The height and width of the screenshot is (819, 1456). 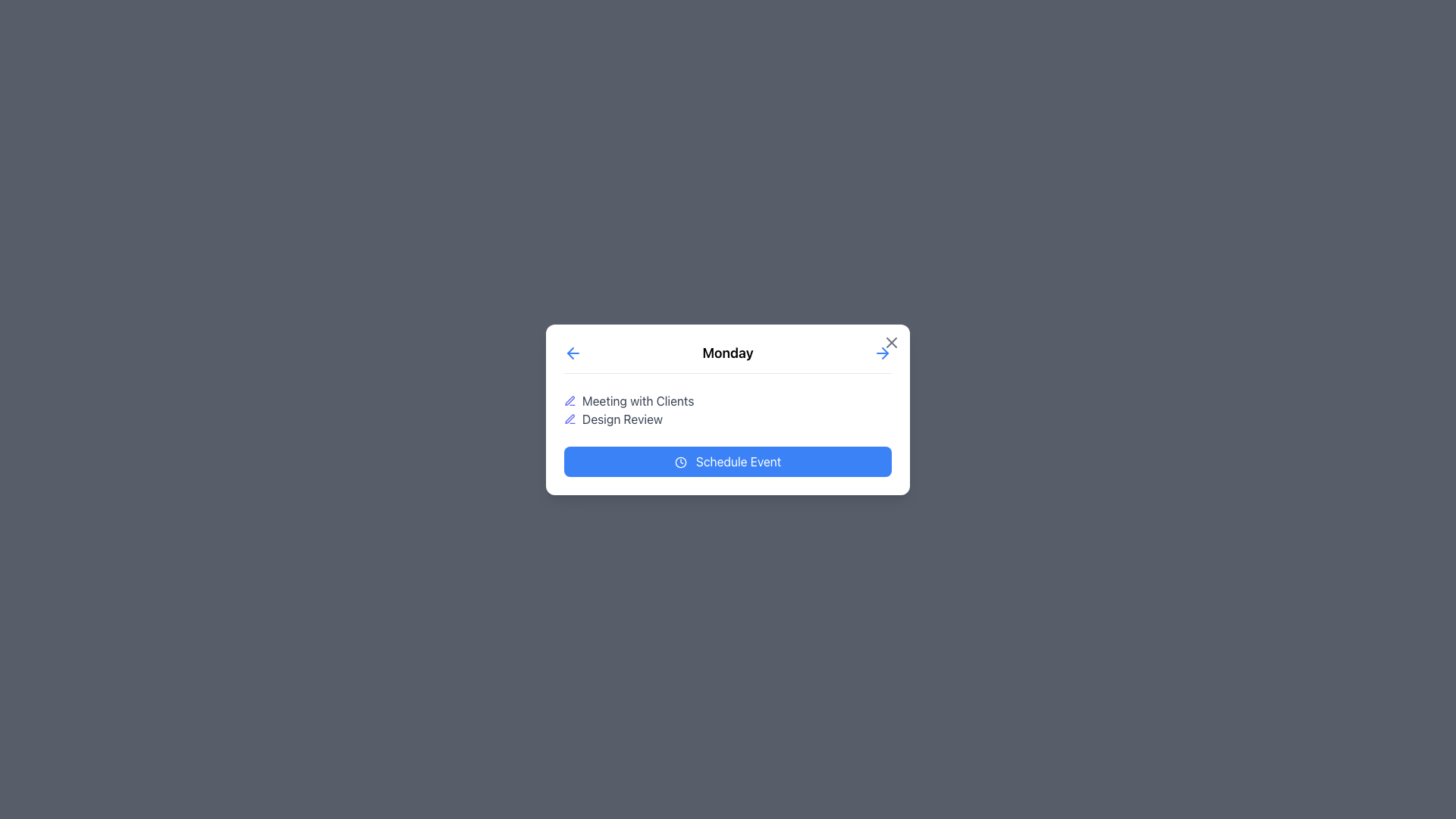 I want to click on the 'Schedule Event' button, which contains a circular clock icon on its left side, to initiate the scheduling action, so click(x=679, y=462).